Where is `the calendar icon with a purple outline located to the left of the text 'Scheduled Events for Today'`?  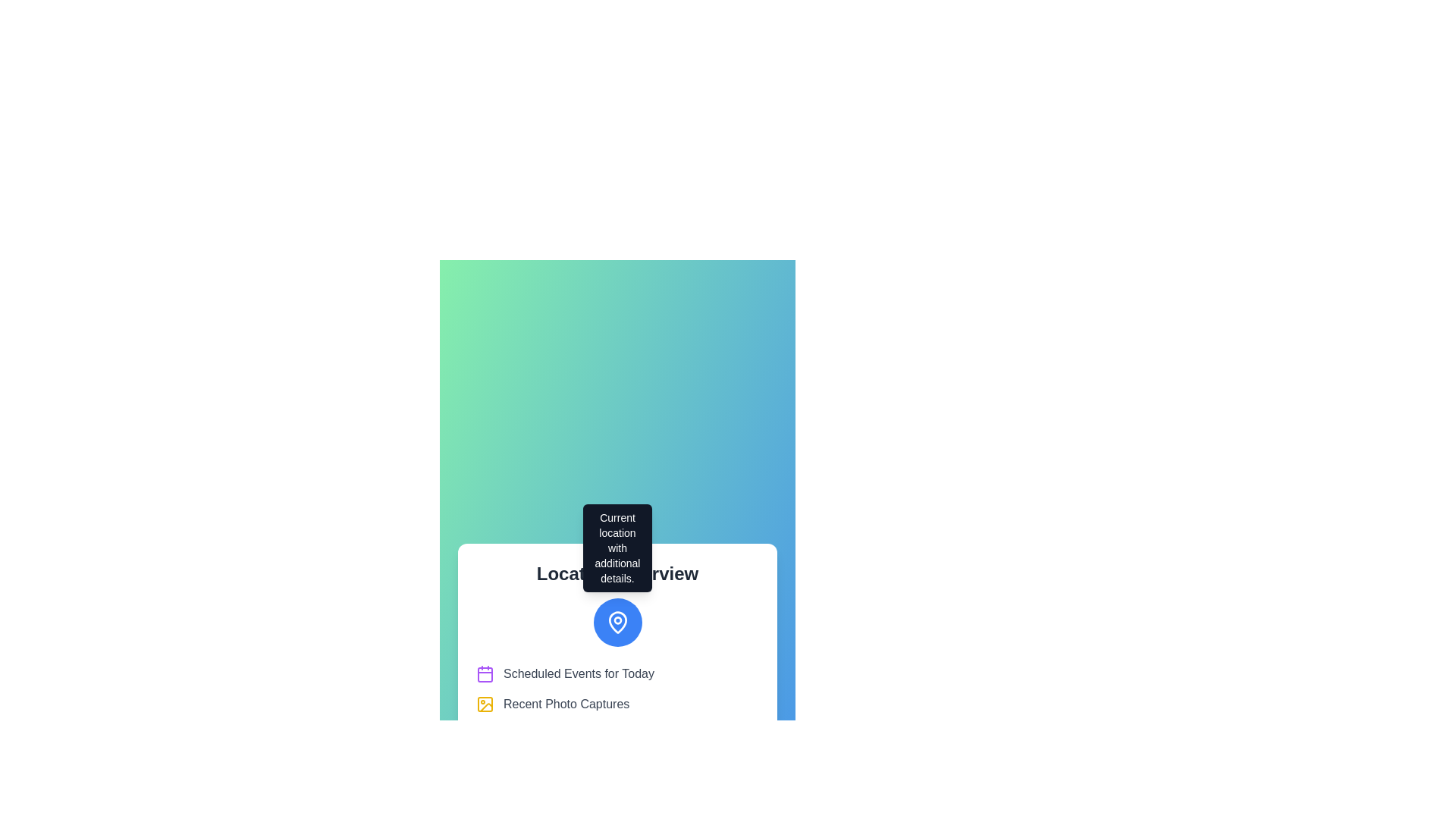
the calendar icon with a purple outline located to the left of the text 'Scheduled Events for Today' is located at coordinates (484, 673).